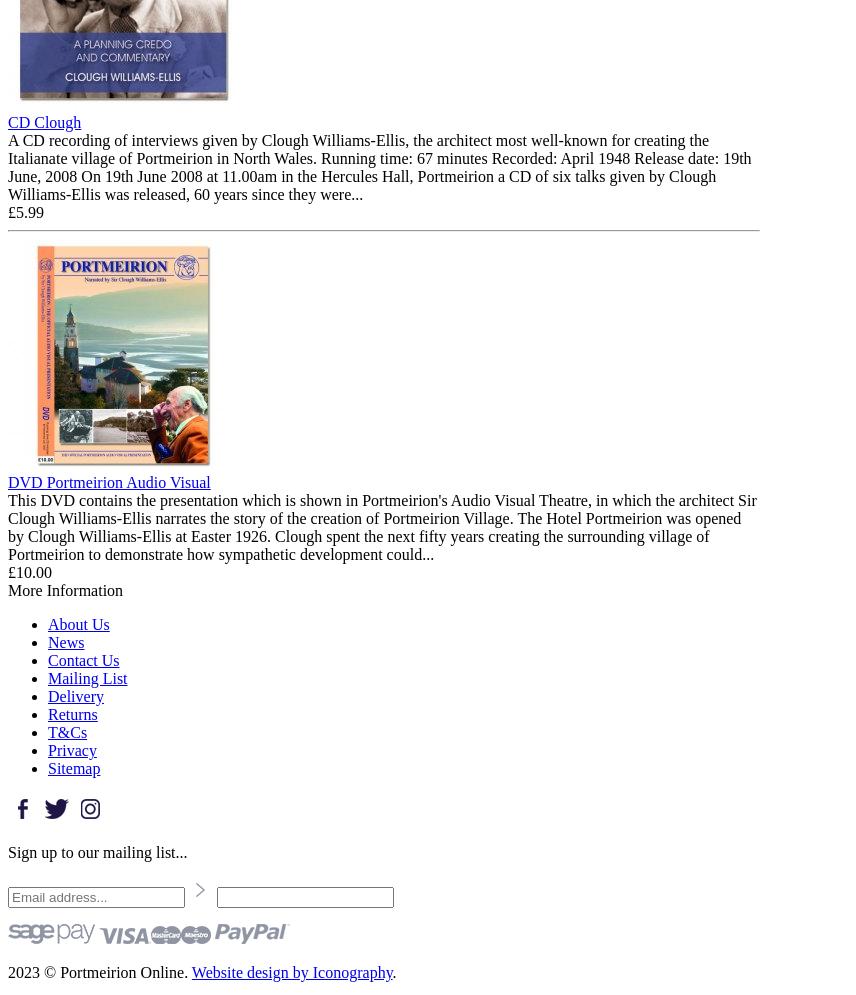  I want to click on 'Returns', so click(72, 713).